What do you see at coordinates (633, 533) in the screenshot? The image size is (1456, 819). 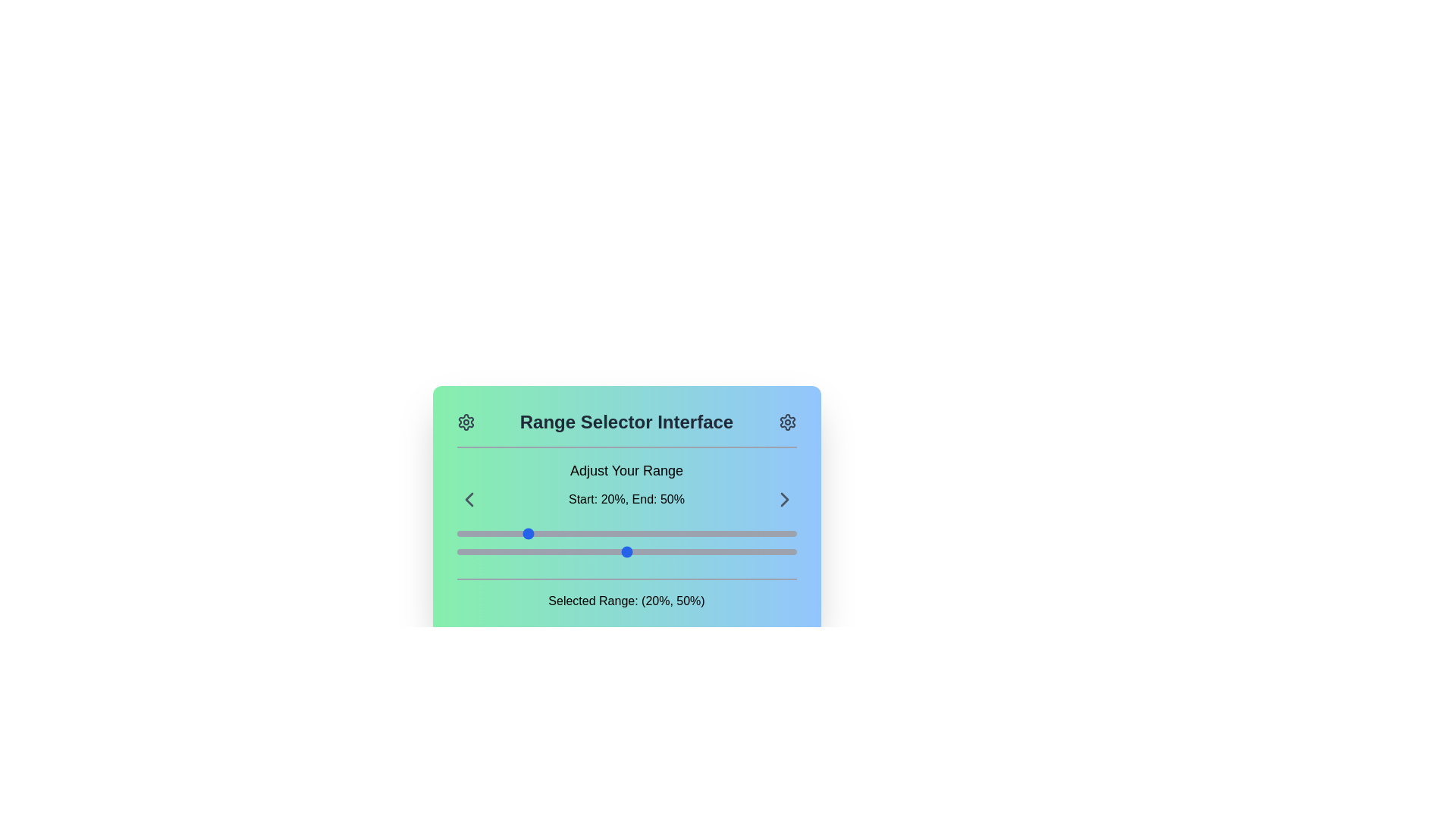 I see `the slider` at bounding box center [633, 533].